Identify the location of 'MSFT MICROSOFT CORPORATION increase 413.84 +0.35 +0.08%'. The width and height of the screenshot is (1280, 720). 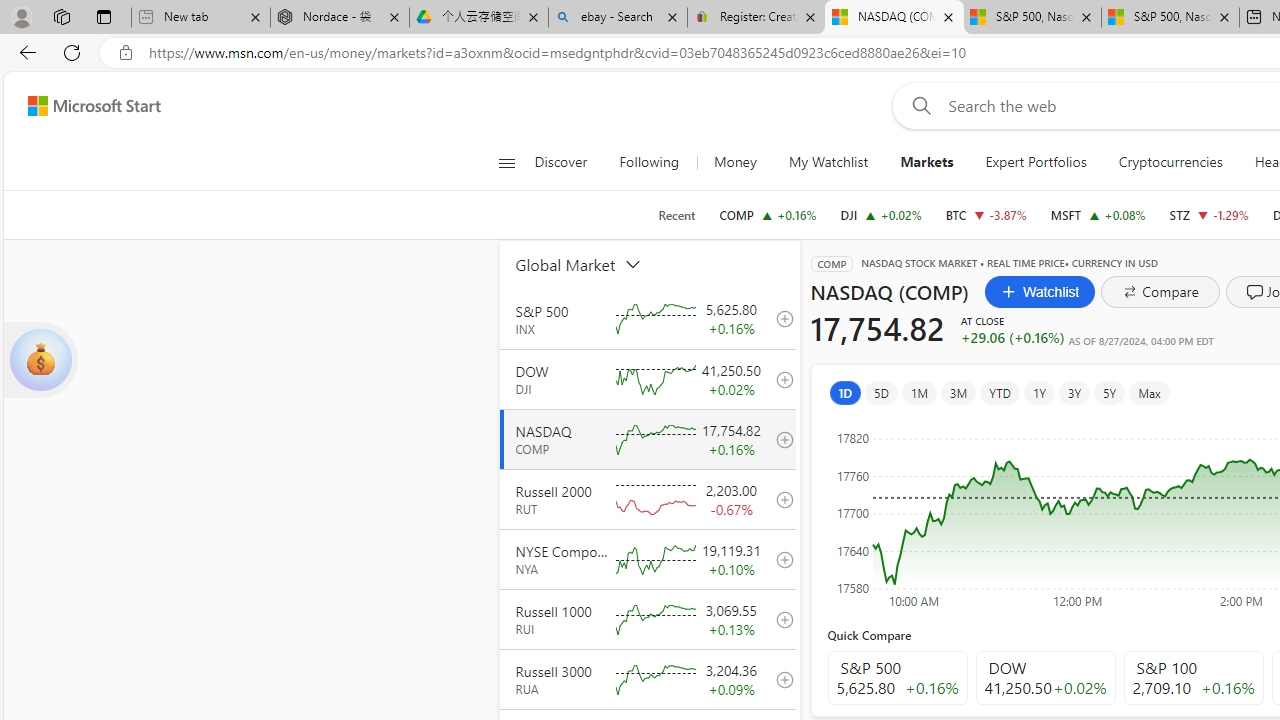
(1097, 214).